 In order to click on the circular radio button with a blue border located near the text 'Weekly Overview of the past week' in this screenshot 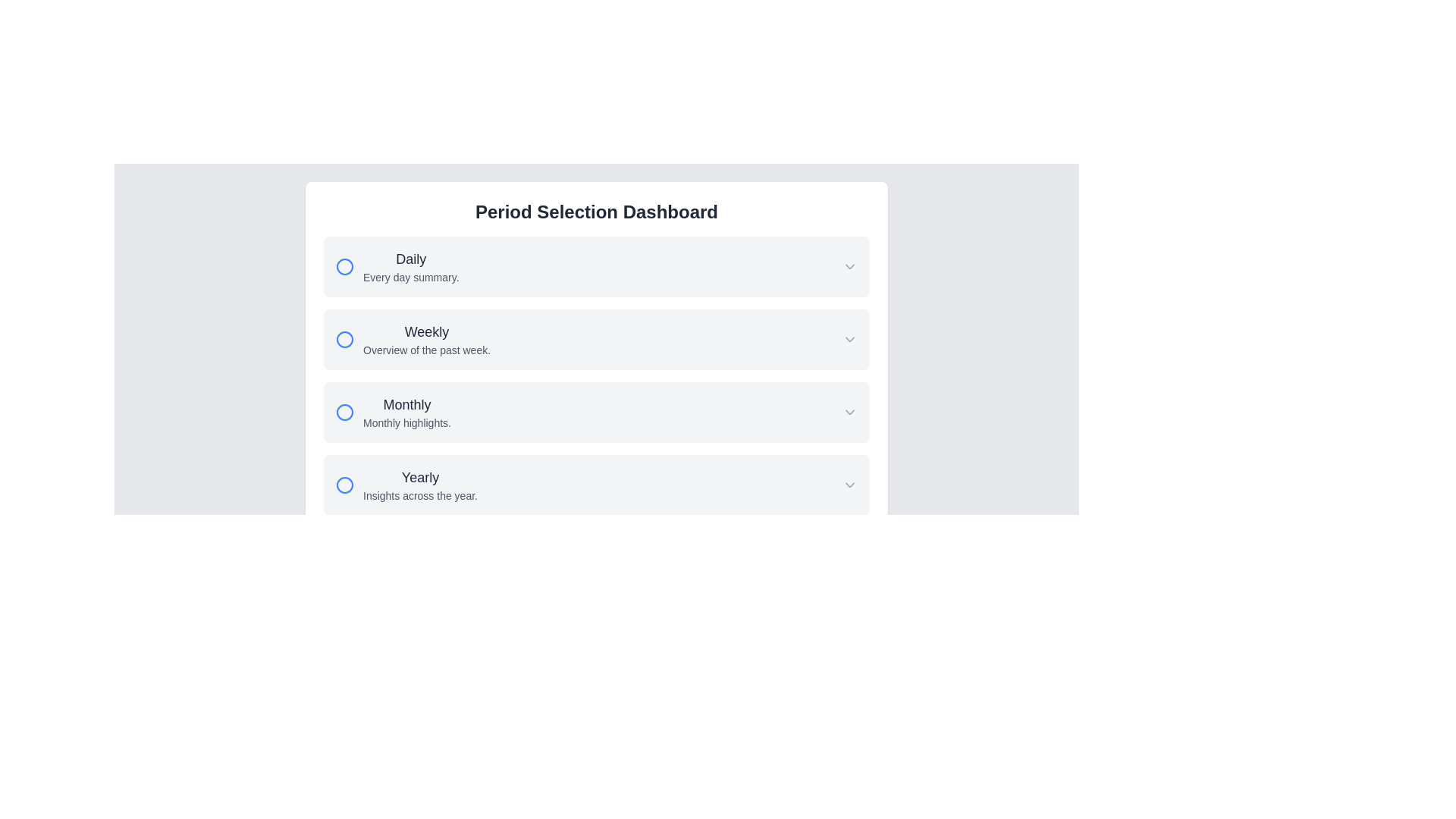, I will do `click(344, 338)`.